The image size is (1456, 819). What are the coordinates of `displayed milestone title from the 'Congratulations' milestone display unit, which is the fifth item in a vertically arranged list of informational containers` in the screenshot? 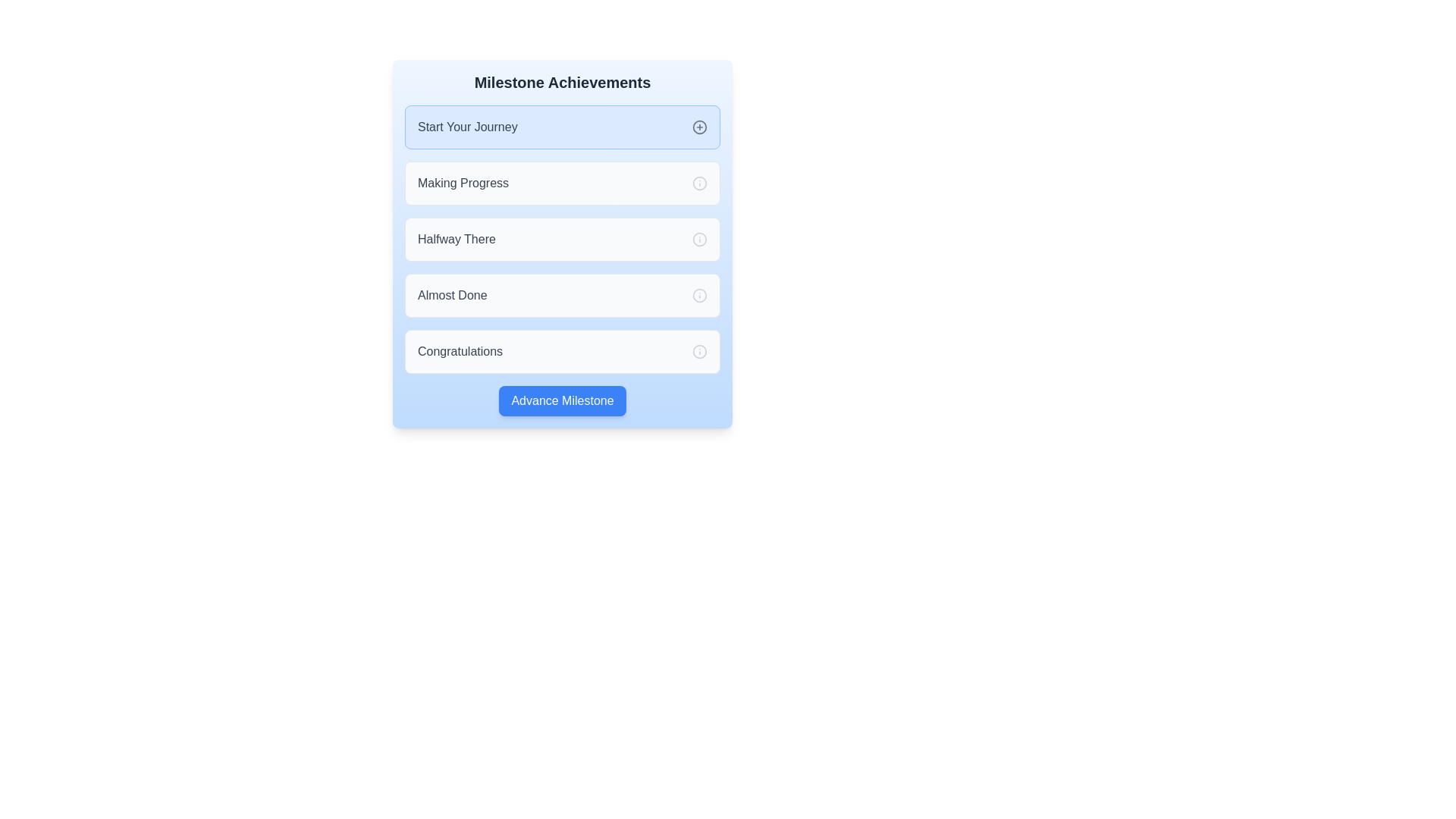 It's located at (562, 351).